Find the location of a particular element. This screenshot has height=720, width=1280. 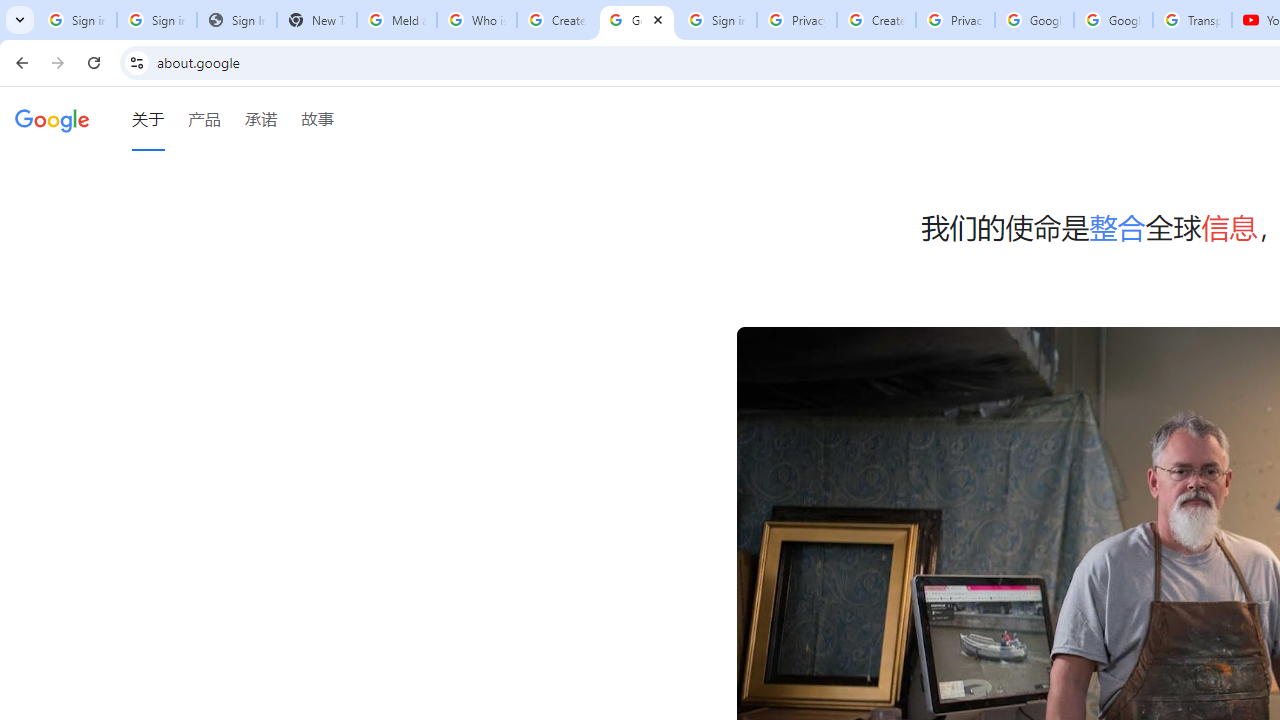

'Google Account' is located at coordinates (1112, 20).